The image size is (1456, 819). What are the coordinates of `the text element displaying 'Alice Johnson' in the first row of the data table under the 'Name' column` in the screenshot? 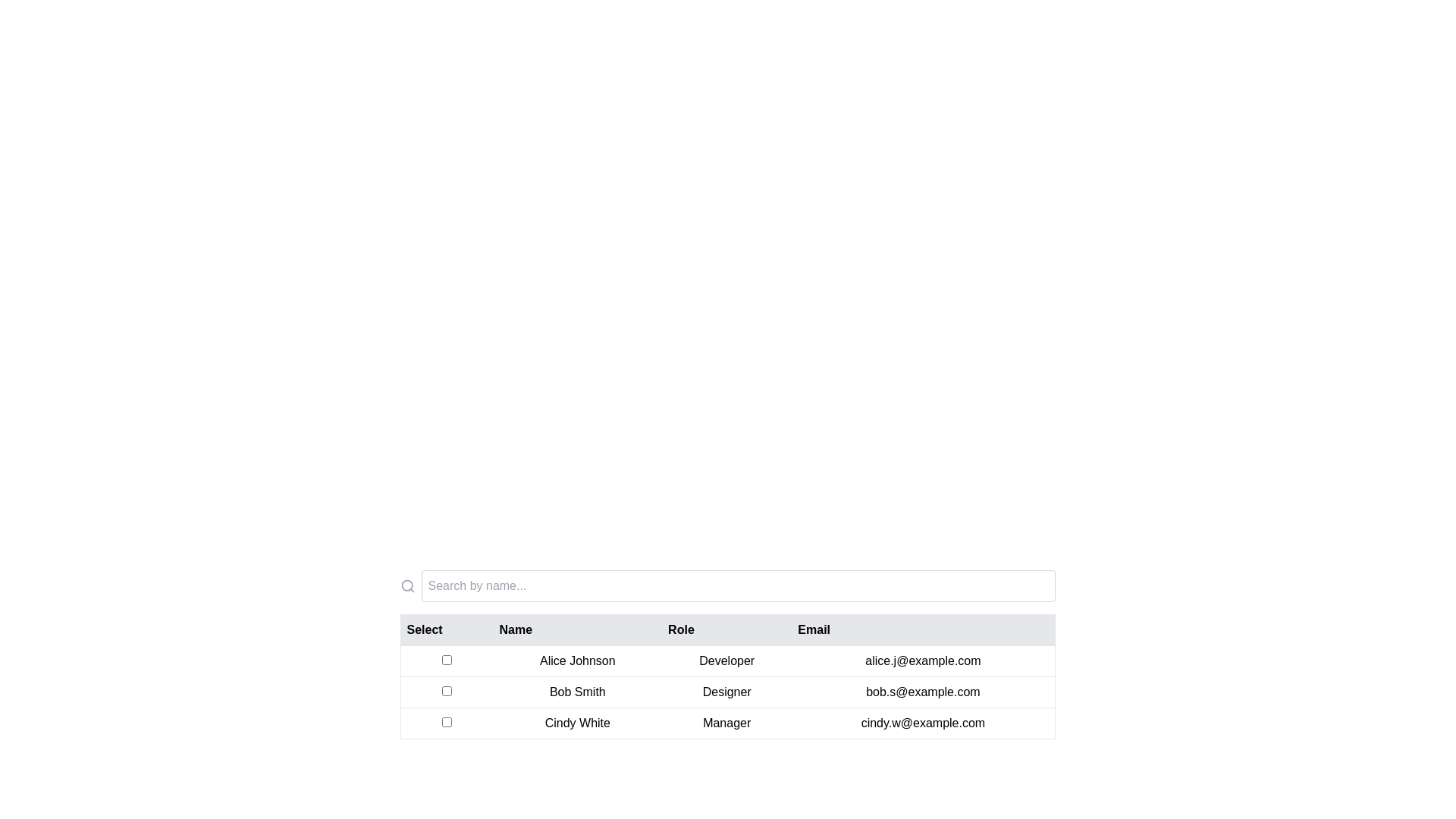 It's located at (576, 660).